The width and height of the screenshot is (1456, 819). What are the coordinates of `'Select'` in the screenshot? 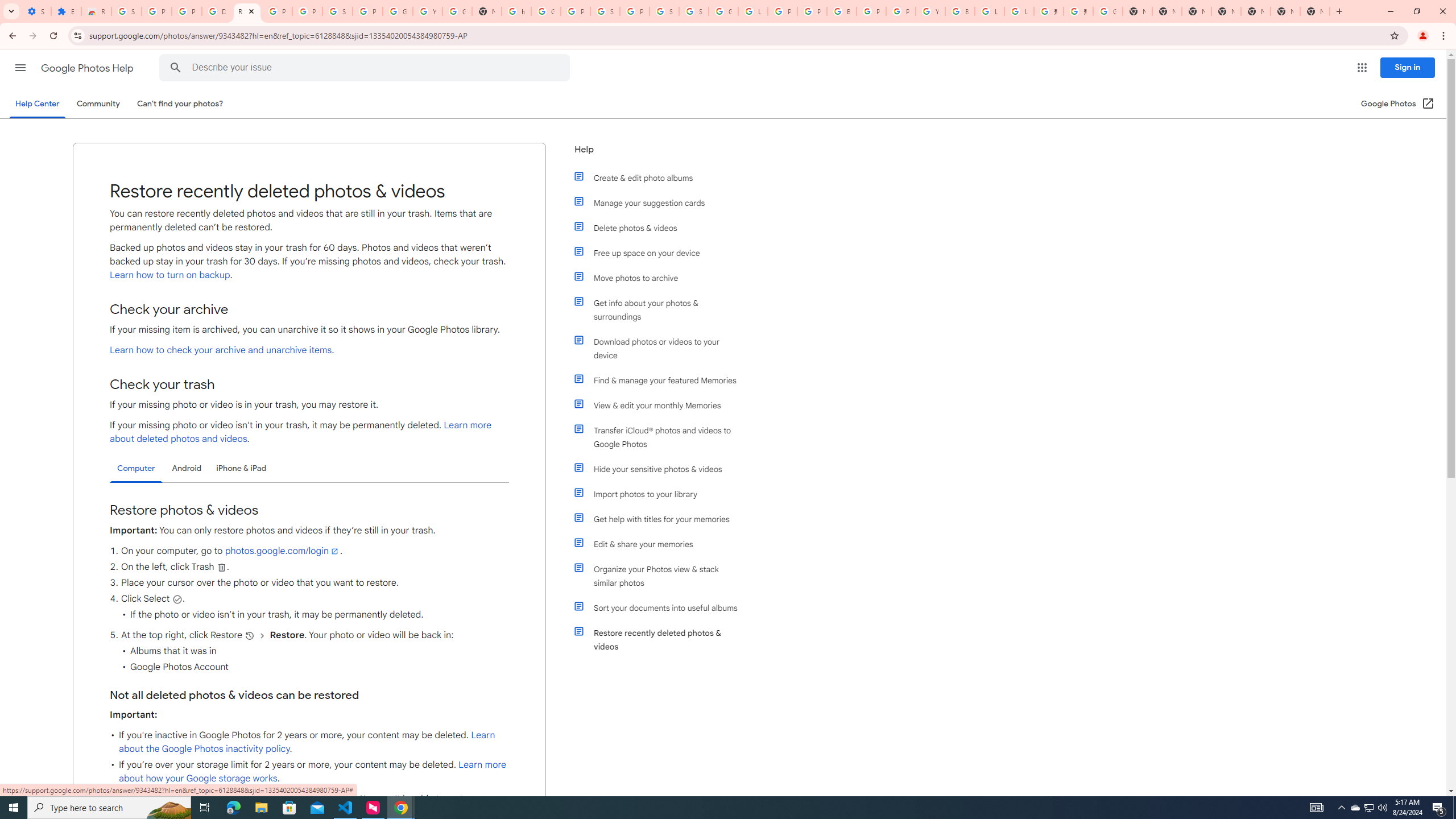 It's located at (176, 599).